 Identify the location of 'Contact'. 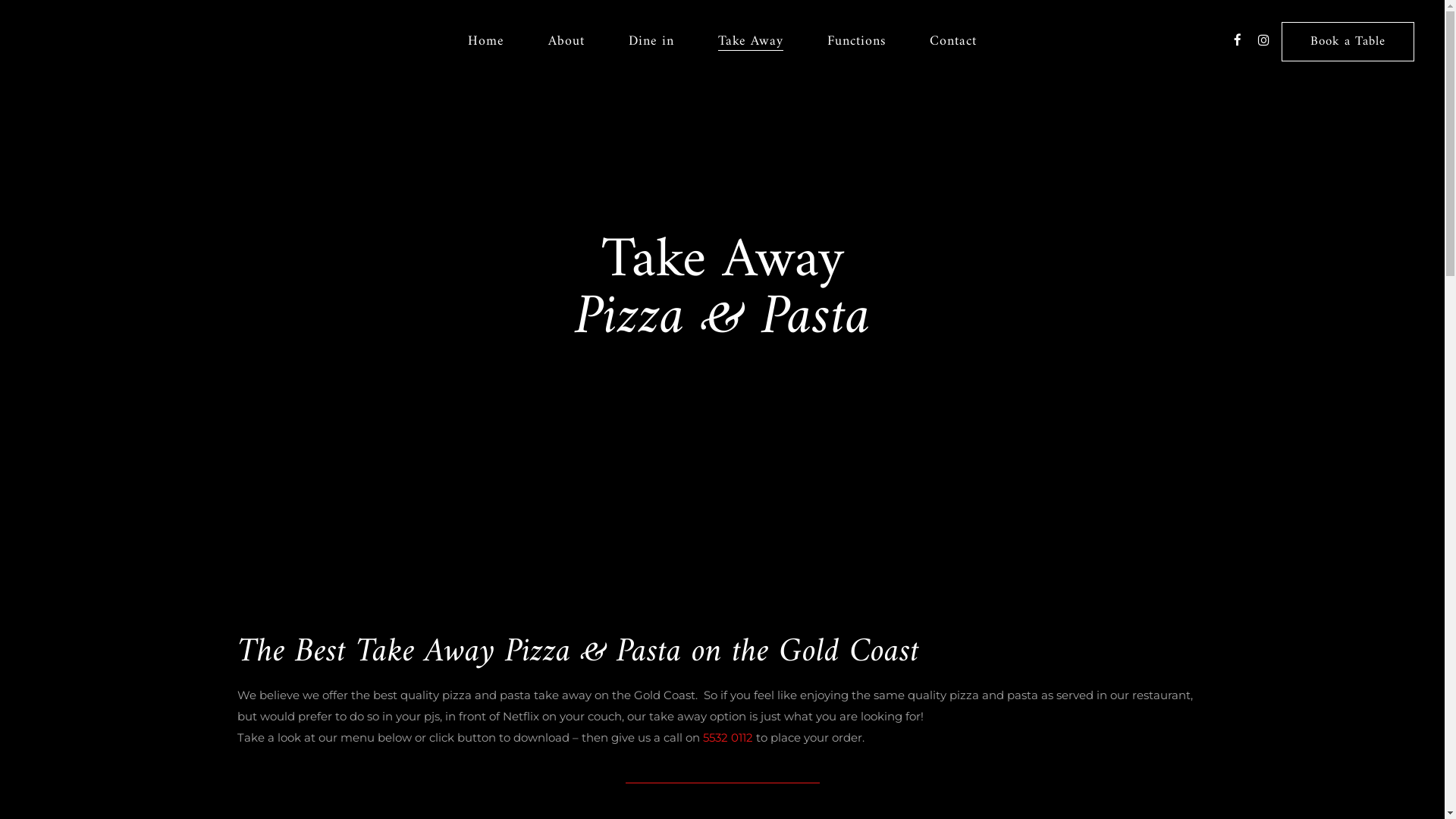
(907, 40).